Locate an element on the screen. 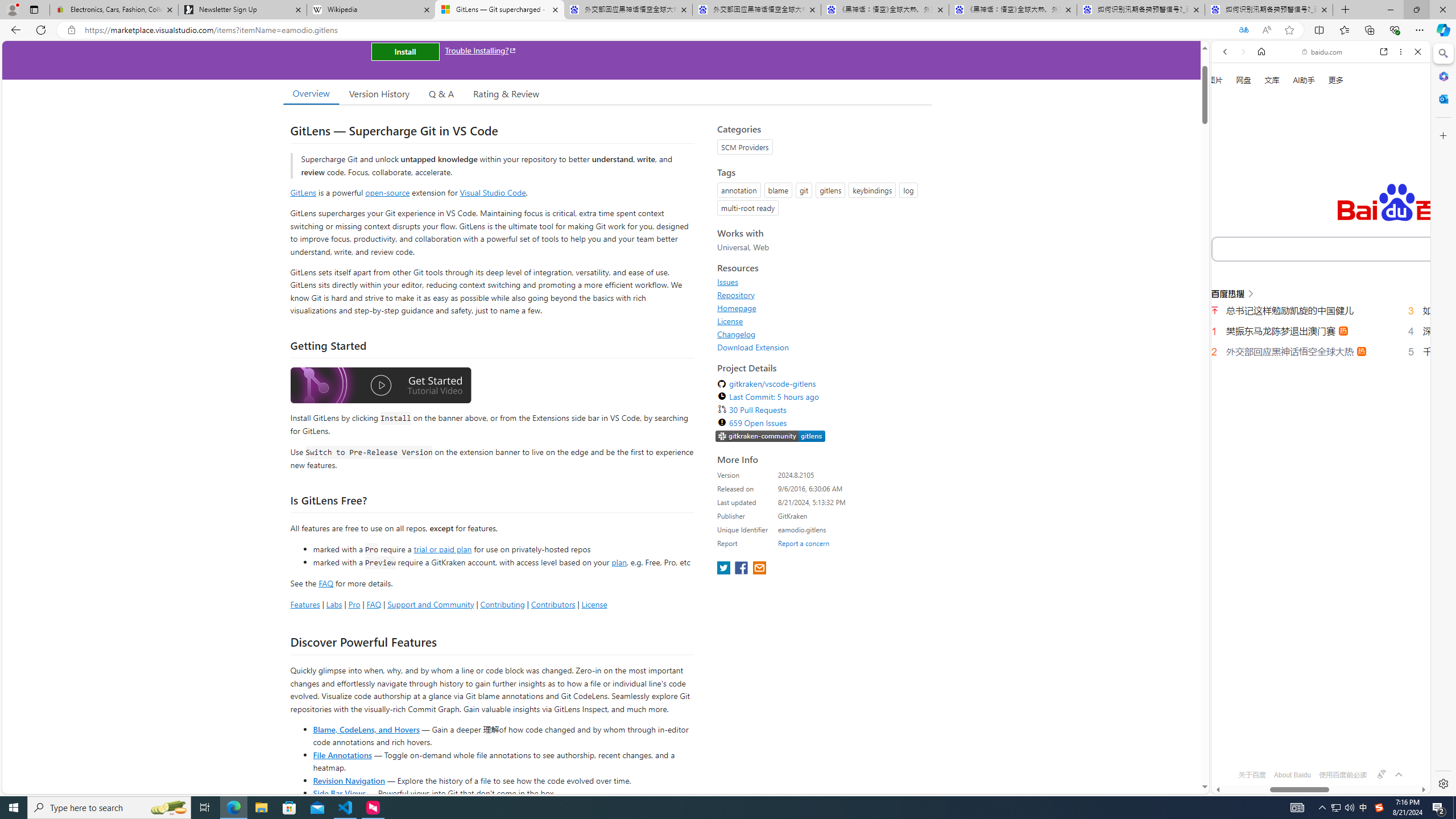 The image size is (1456, 819). 'Features' is located at coordinates (304, 603).